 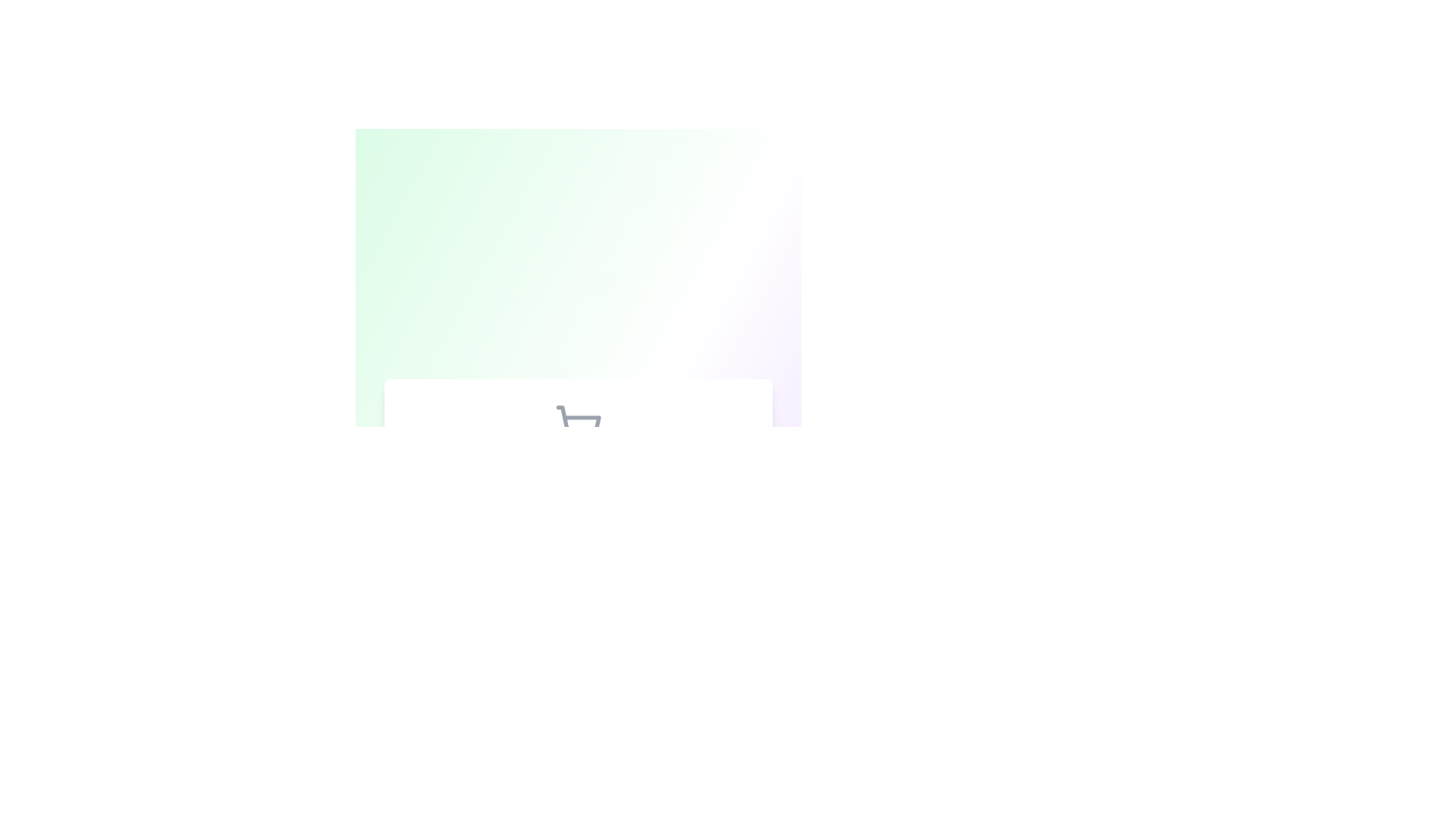 I want to click on the main body of the shopping cart represented in the SVG illustration, so click(x=578, y=422).